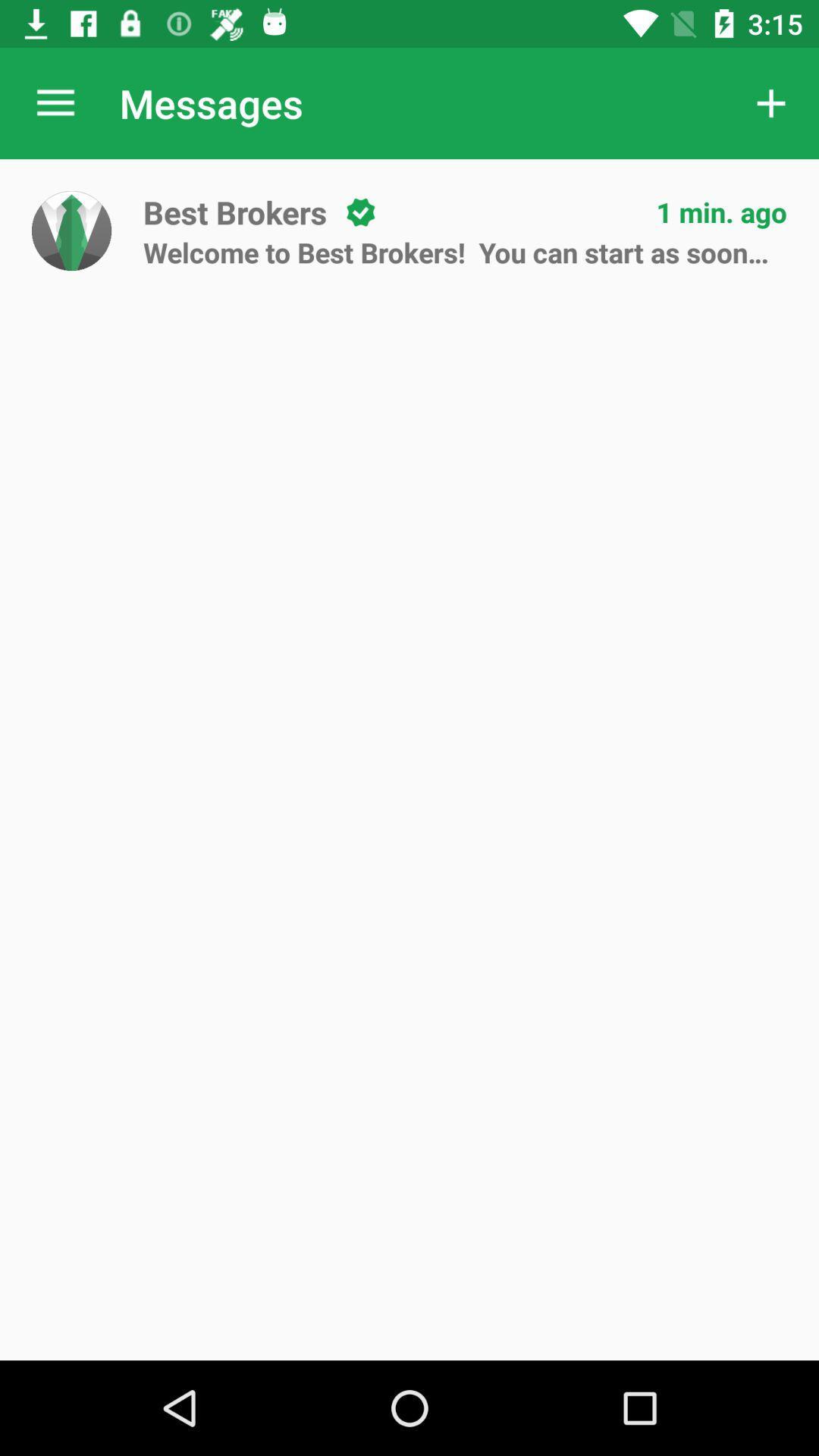 The image size is (819, 1456). Describe the element at coordinates (771, 102) in the screenshot. I see `the icon above the 1 min. ago icon` at that location.